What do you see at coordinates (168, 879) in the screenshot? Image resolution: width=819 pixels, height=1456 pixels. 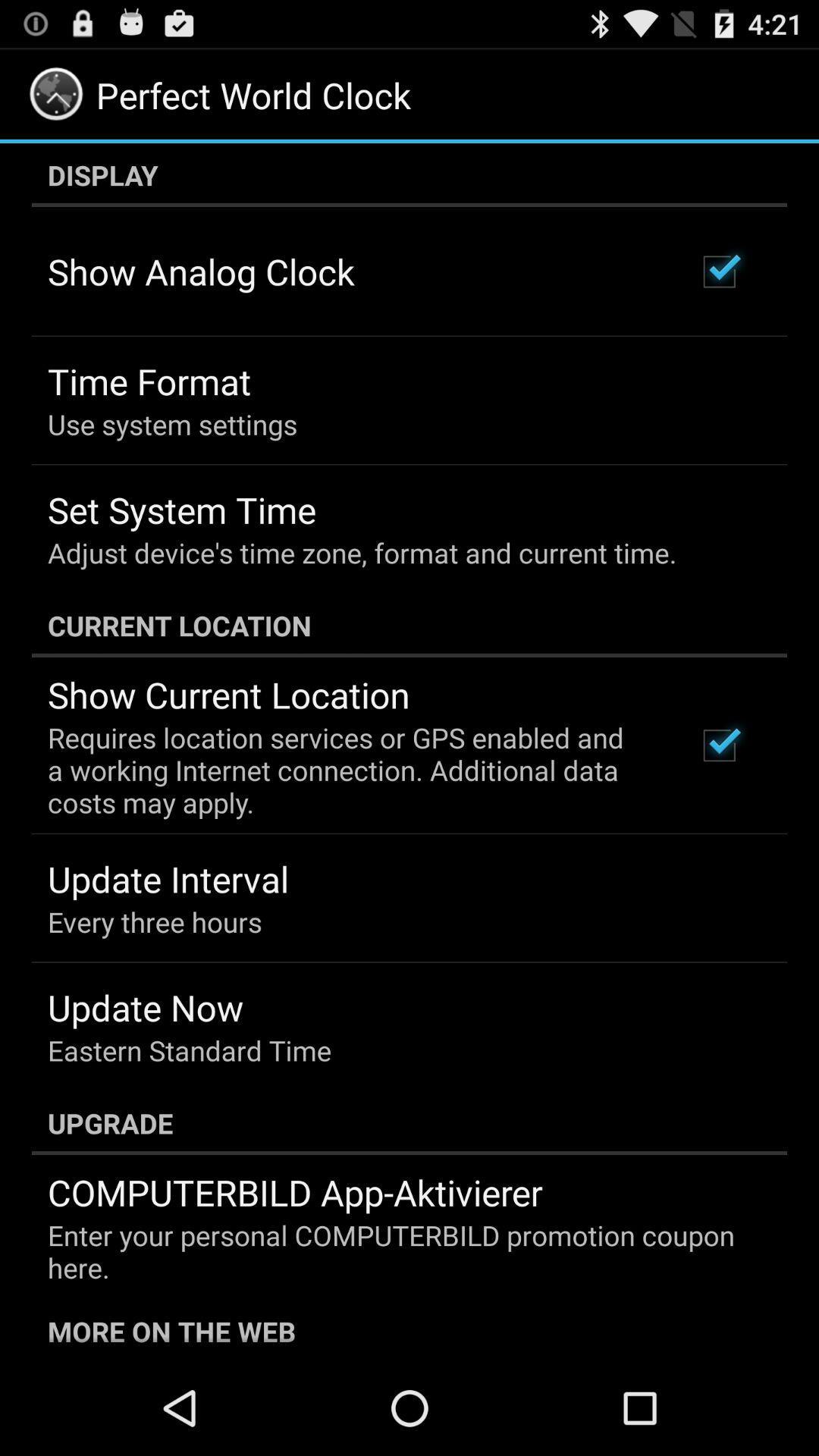 I see `icon below requires location services app` at bounding box center [168, 879].